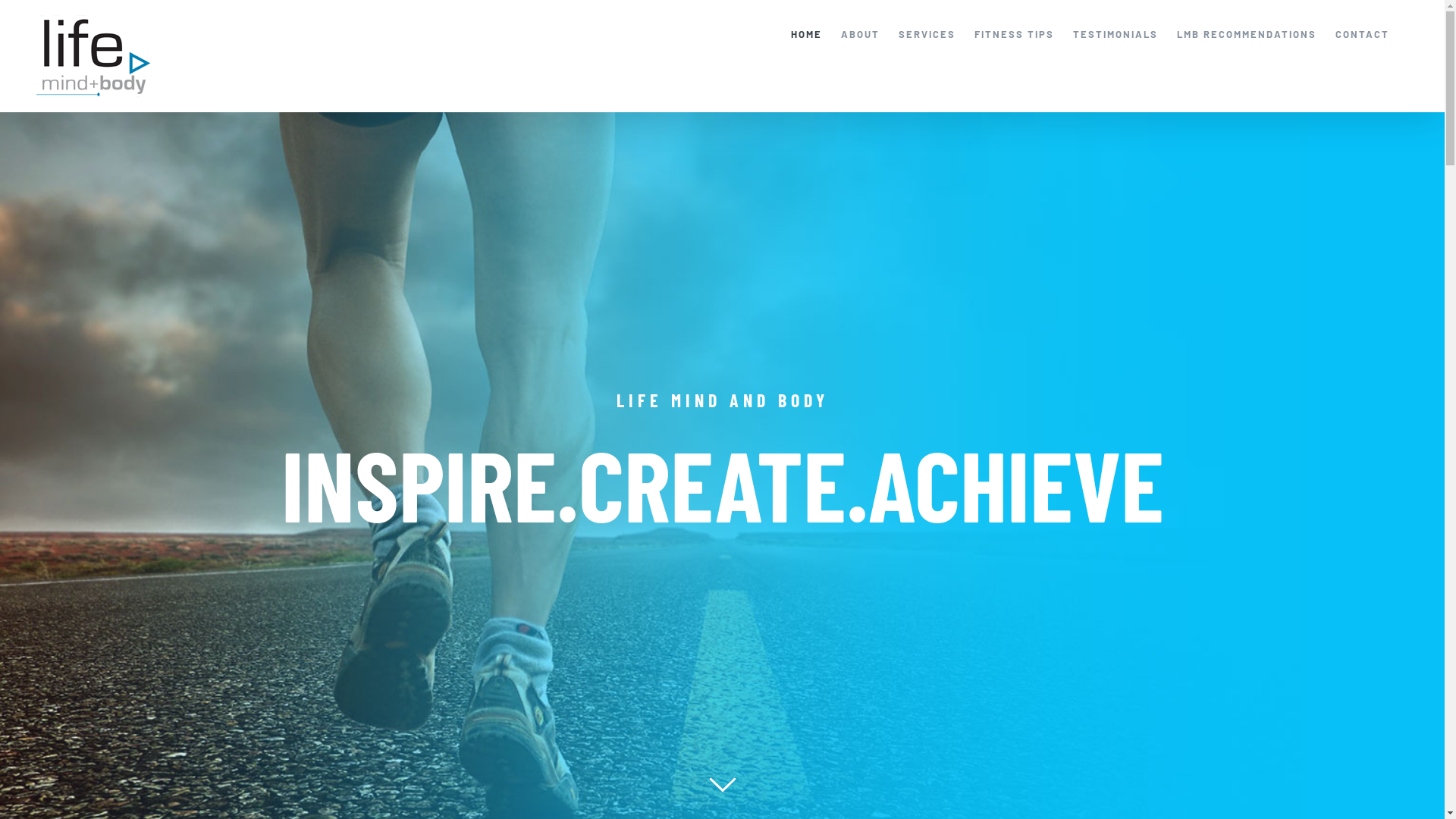 The width and height of the screenshot is (1456, 819). What do you see at coordinates (789, 34) in the screenshot?
I see `'HOME'` at bounding box center [789, 34].